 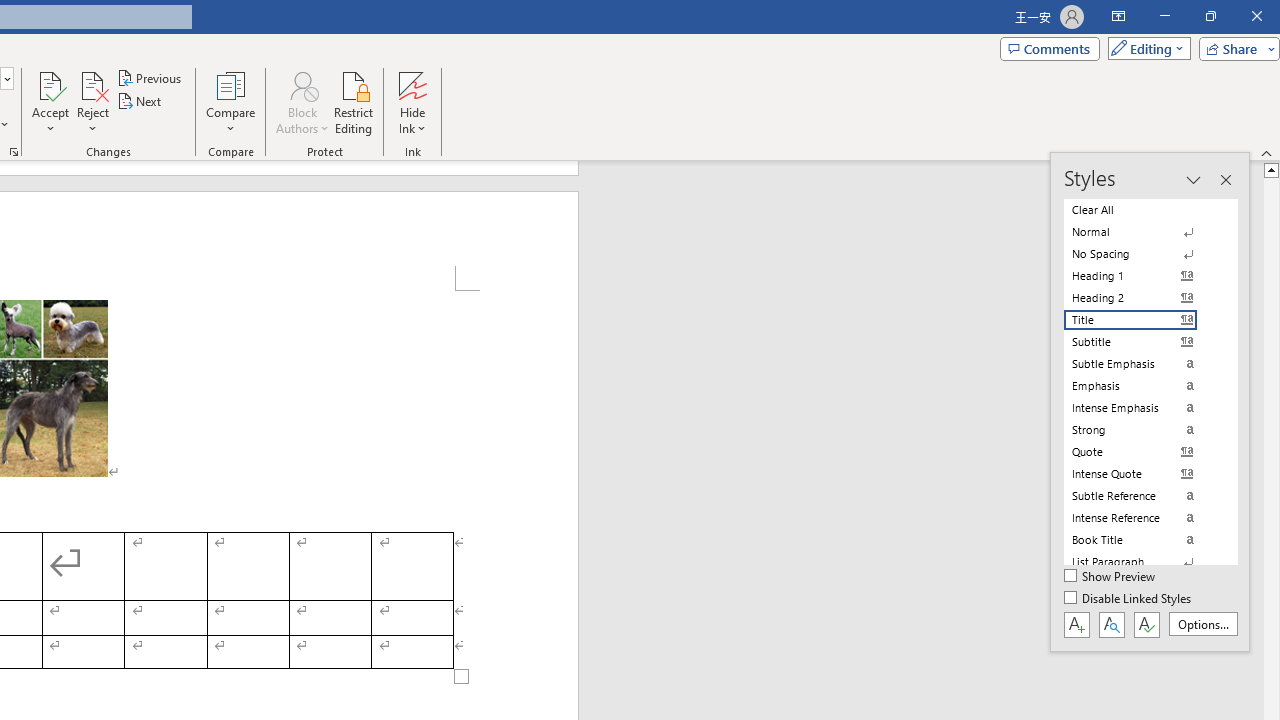 What do you see at coordinates (139, 101) in the screenshot?
I see `'Next'` at bounding box center [139, 101].